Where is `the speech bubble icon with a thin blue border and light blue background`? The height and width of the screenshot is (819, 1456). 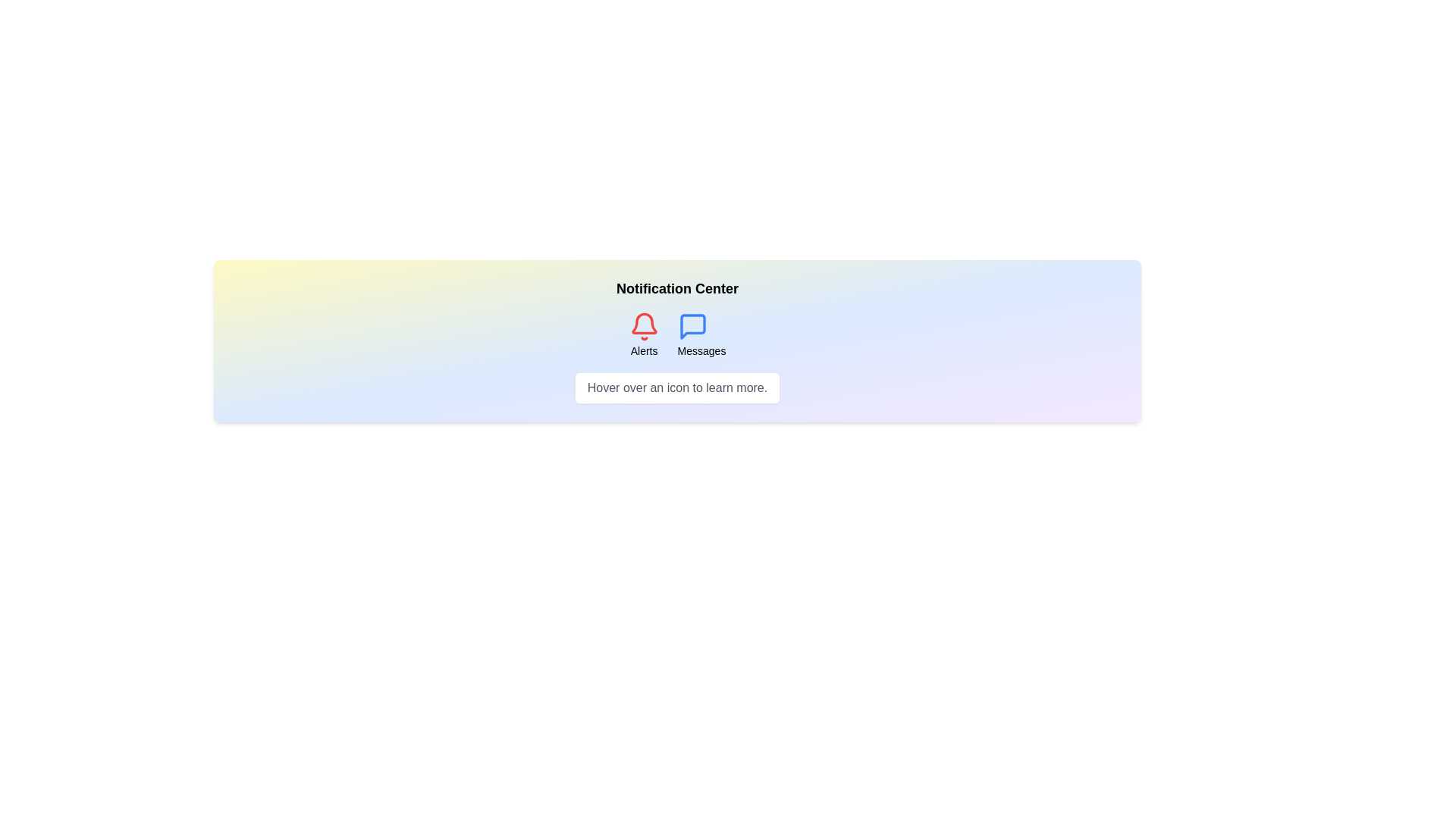
the speech bubble icon with a thin blue border and light blue background is located at coordinates (692, 326).